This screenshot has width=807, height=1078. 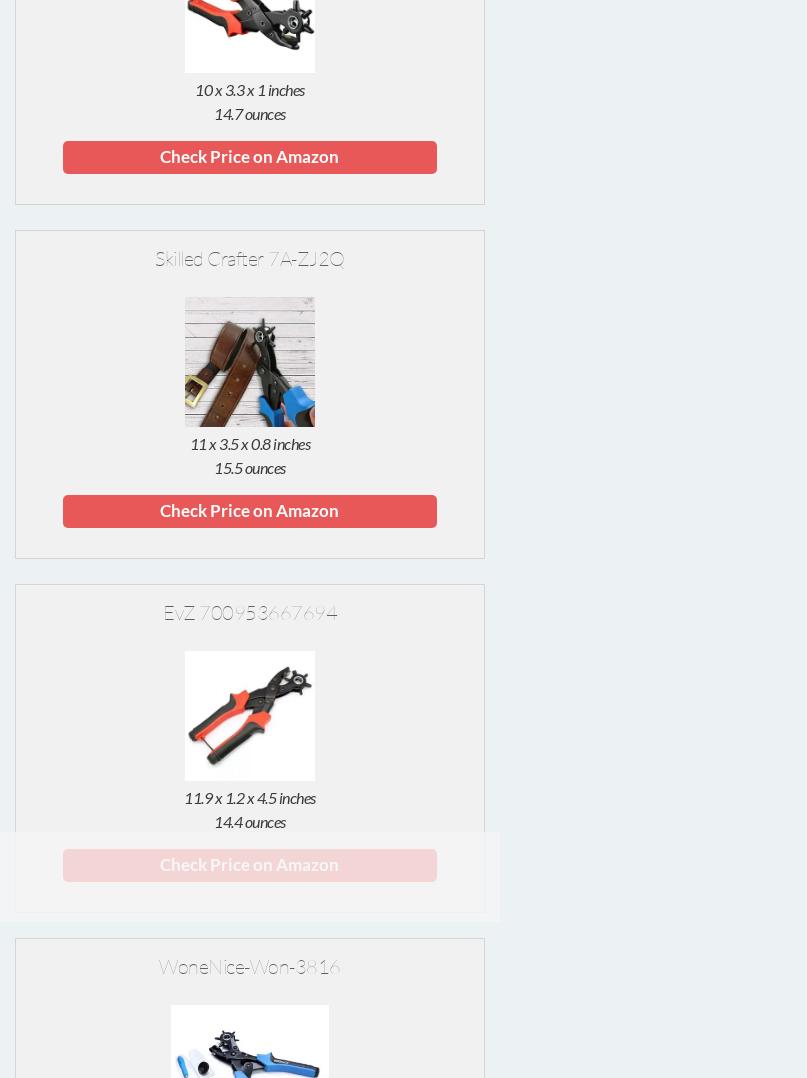 What do you see at coordinates (248, 257) in the screenshot?
I see `'Skilled Crafter 7A-ZJ2Q'` at bounding box center [248, 257].